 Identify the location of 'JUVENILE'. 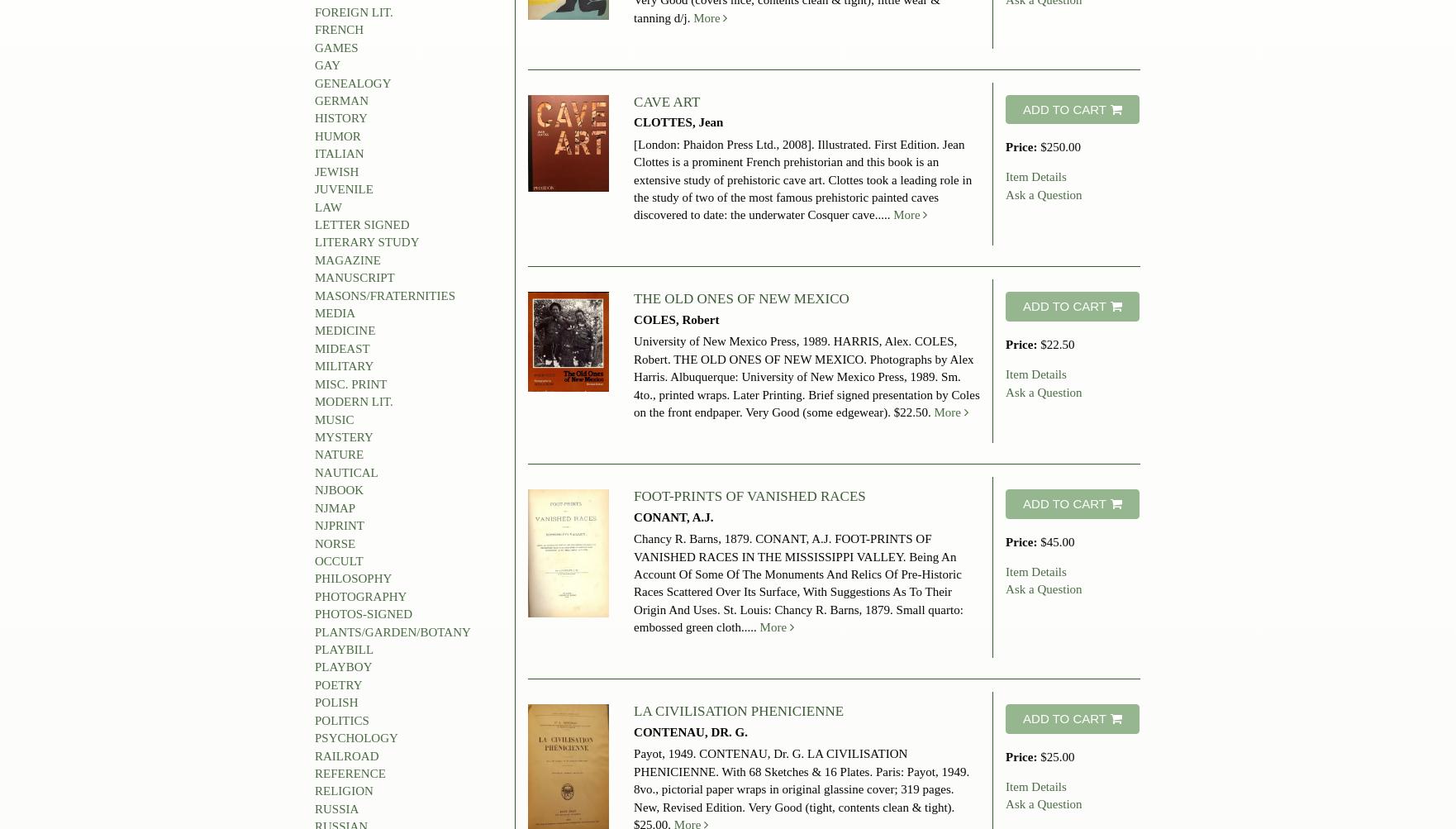
(344, 188).